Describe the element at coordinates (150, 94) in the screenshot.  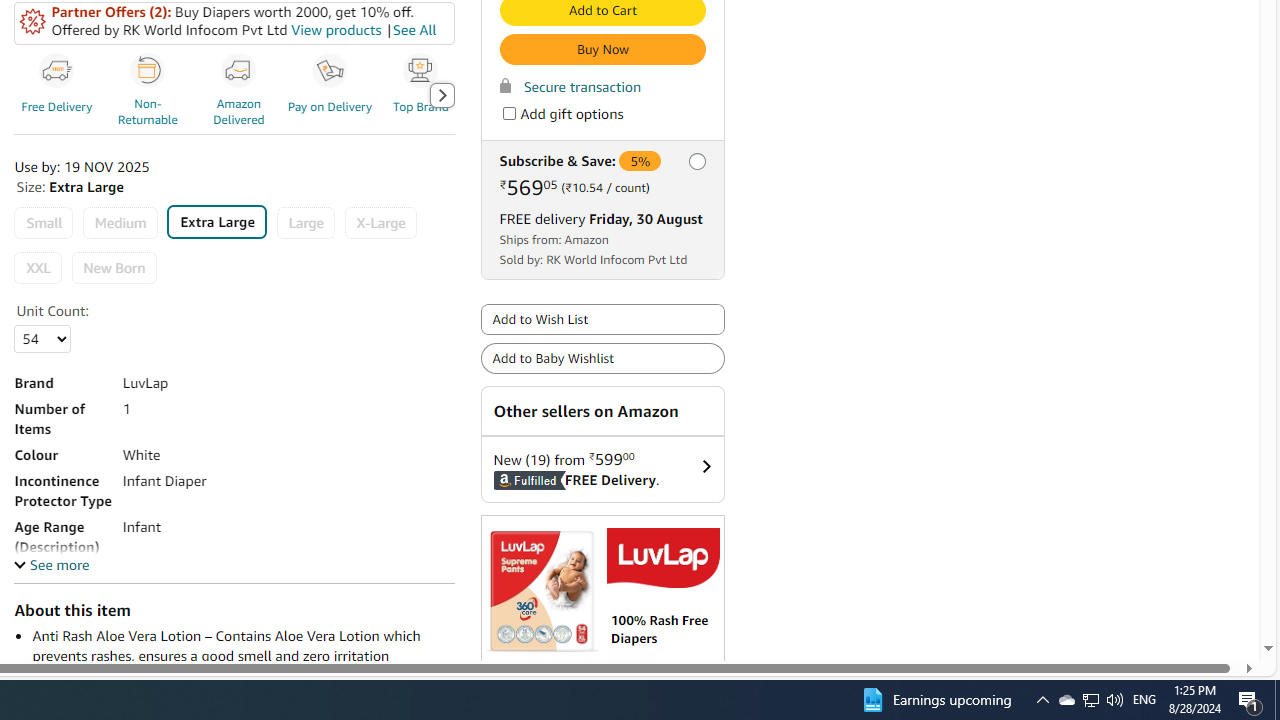
I see `'Non-Returnable'` at that location.